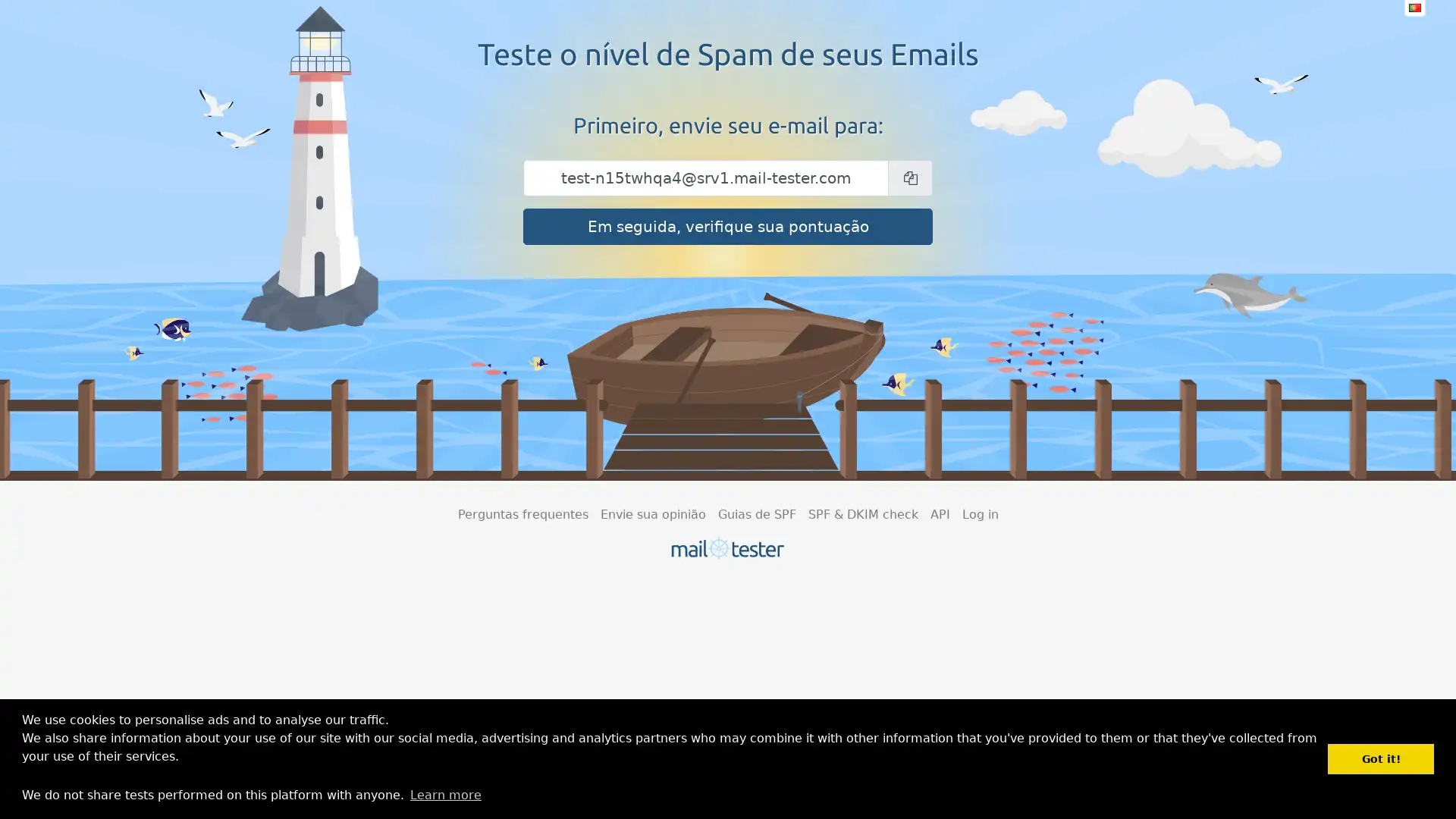 This screenshot has height=819, width=1456. What do you see at coordinates (728, 227) in the screenshot?
I see `Em seguida, verifique sua pontuacao` at bounding box center [728, 227].